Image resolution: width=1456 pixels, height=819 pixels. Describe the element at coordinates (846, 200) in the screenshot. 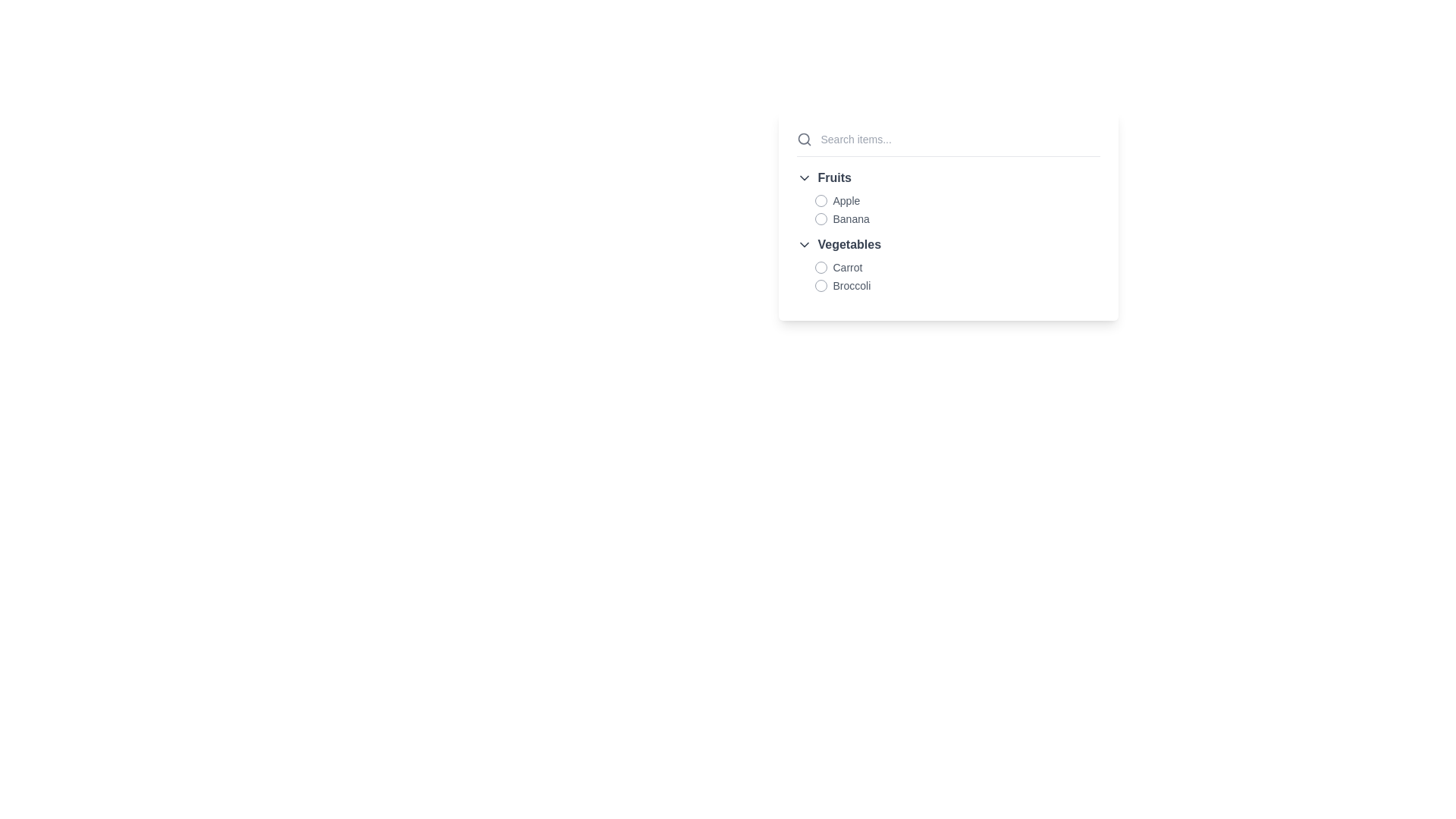

I see `the 'Apple' label in gray shade, which is the first listed fruit item under the 'Fruits' category in the dropdown list` at that location.